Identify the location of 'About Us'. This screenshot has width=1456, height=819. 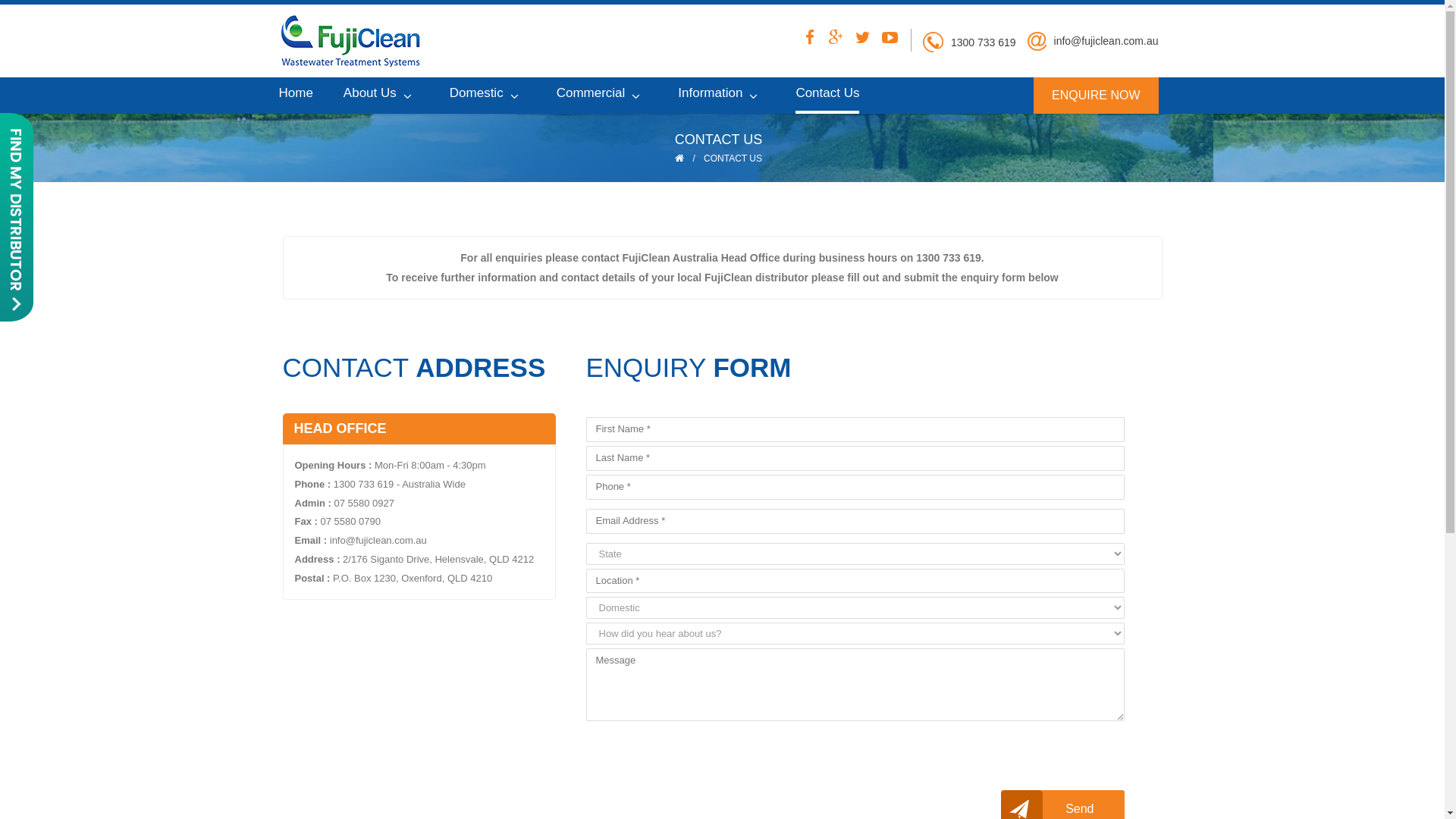
(381, 93).